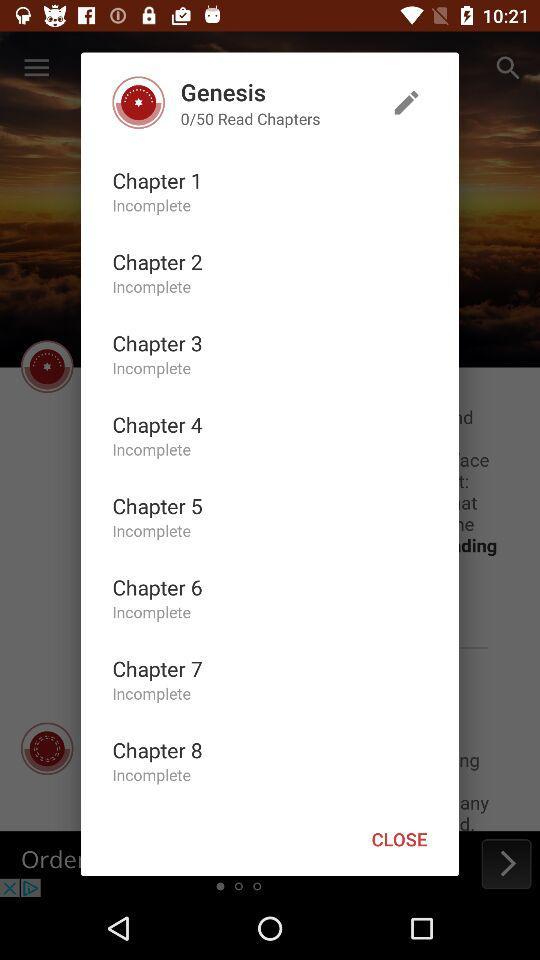  Describe the element at coordinates (405, 102) in the screenshot. I see `item next to genesis item` at that location.